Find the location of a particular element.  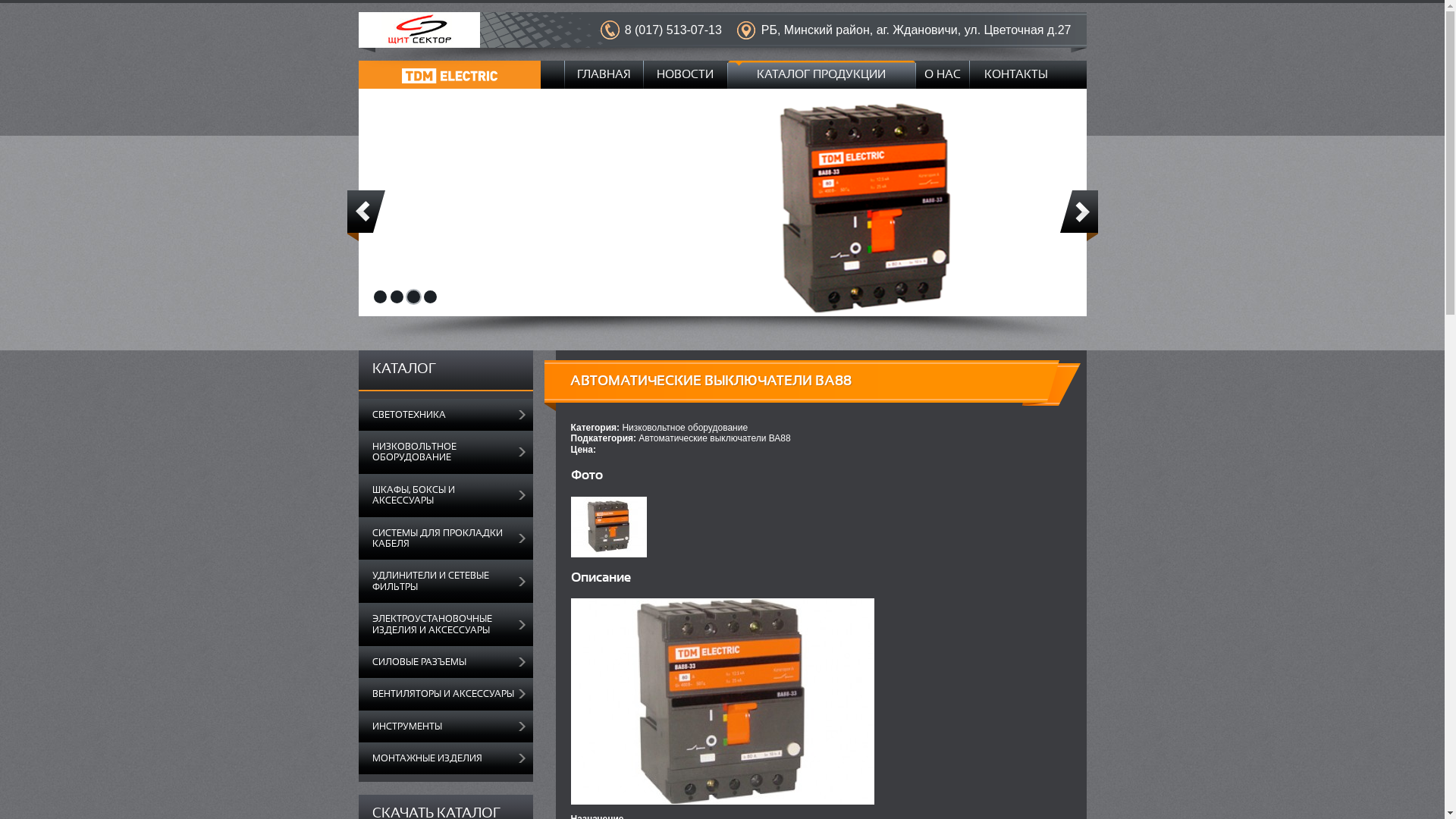

'2' is located at coordinates (389, 297).